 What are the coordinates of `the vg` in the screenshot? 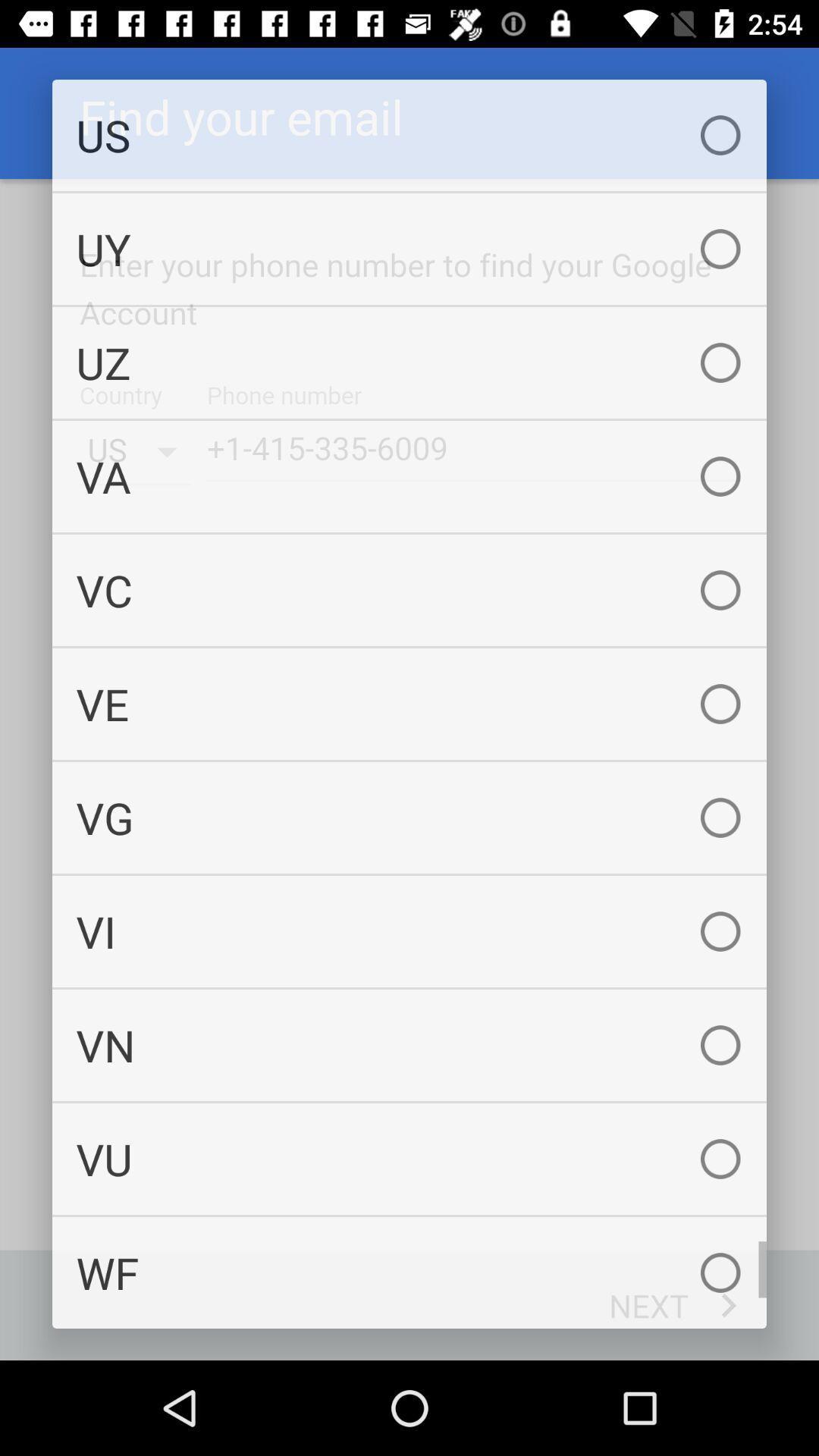 It's located at (409, 817).